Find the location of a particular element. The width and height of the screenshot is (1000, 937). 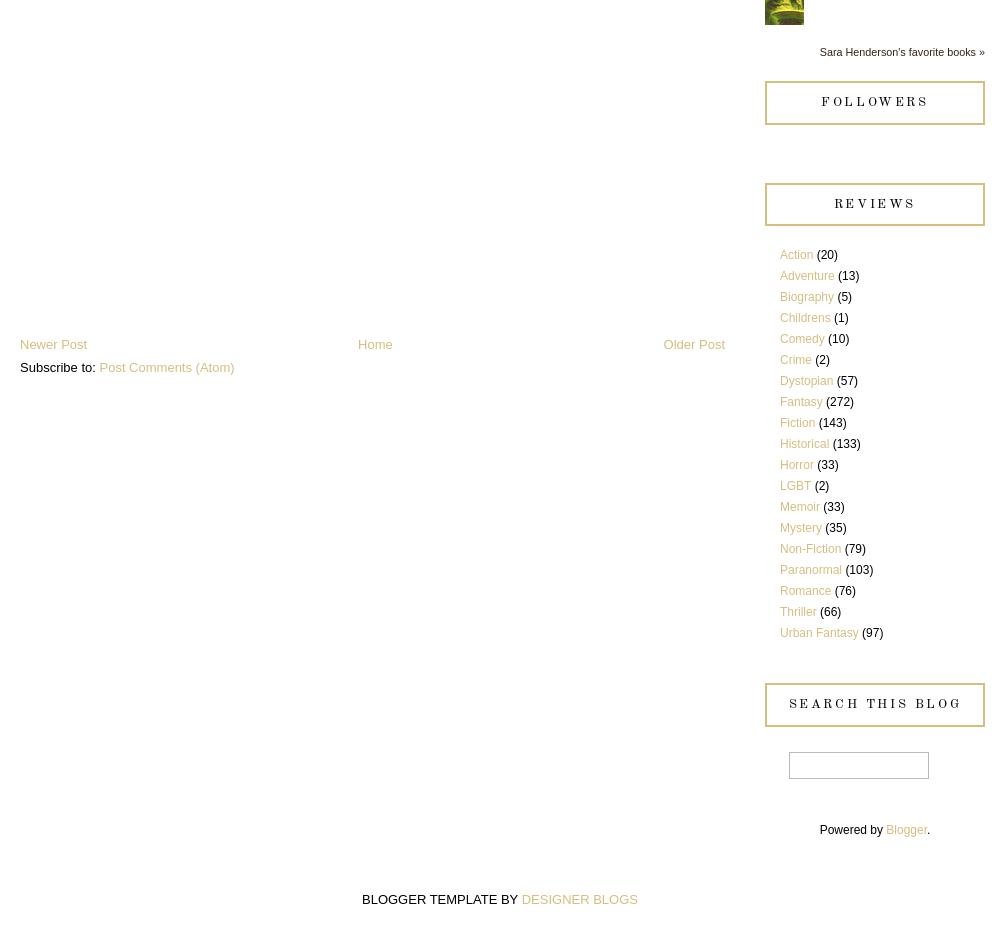

'(10)' is located at coordinates (837, 339).